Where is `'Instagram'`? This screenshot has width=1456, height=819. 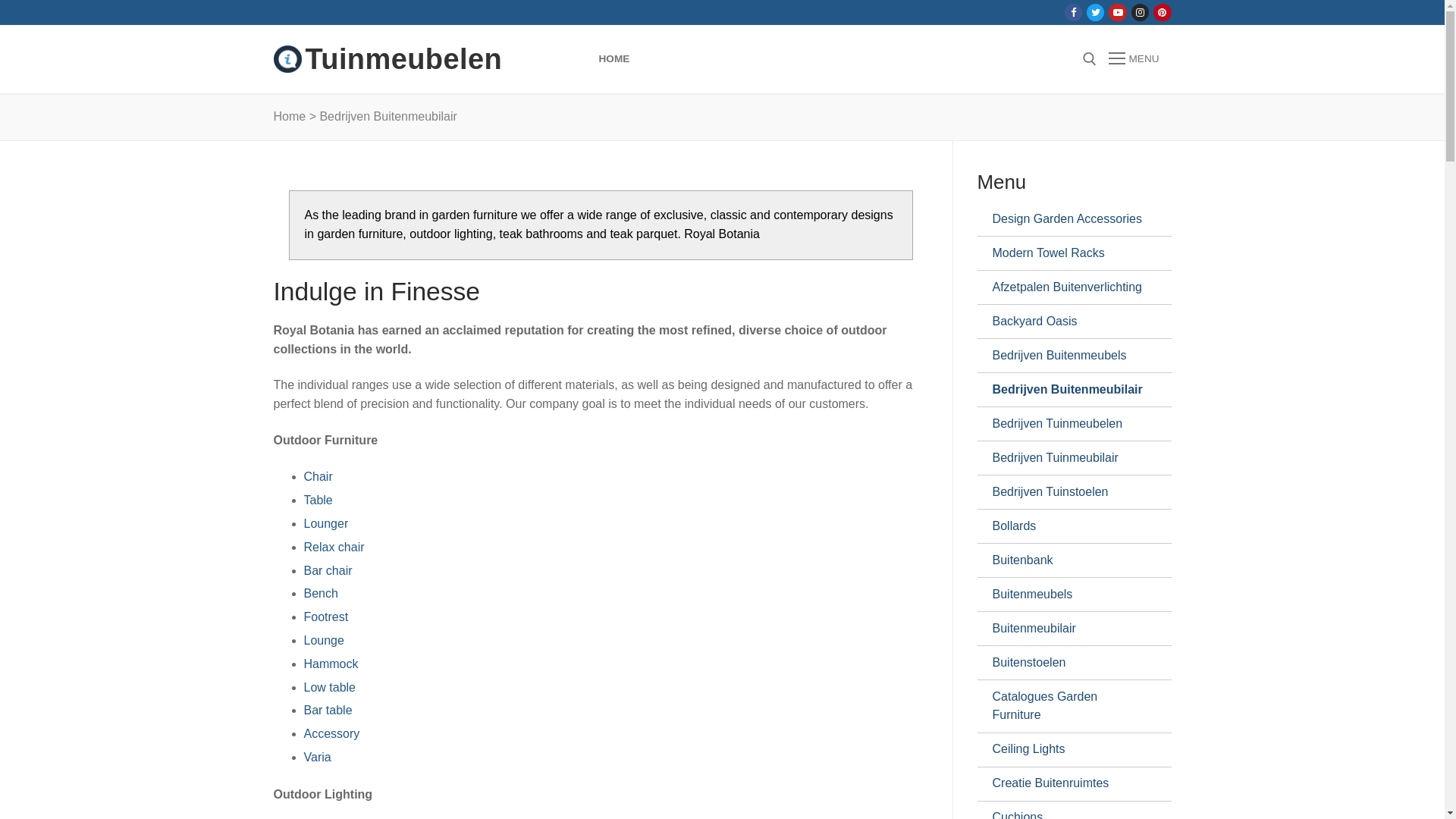 'Instagram' is located at coordinates (1135, 12).